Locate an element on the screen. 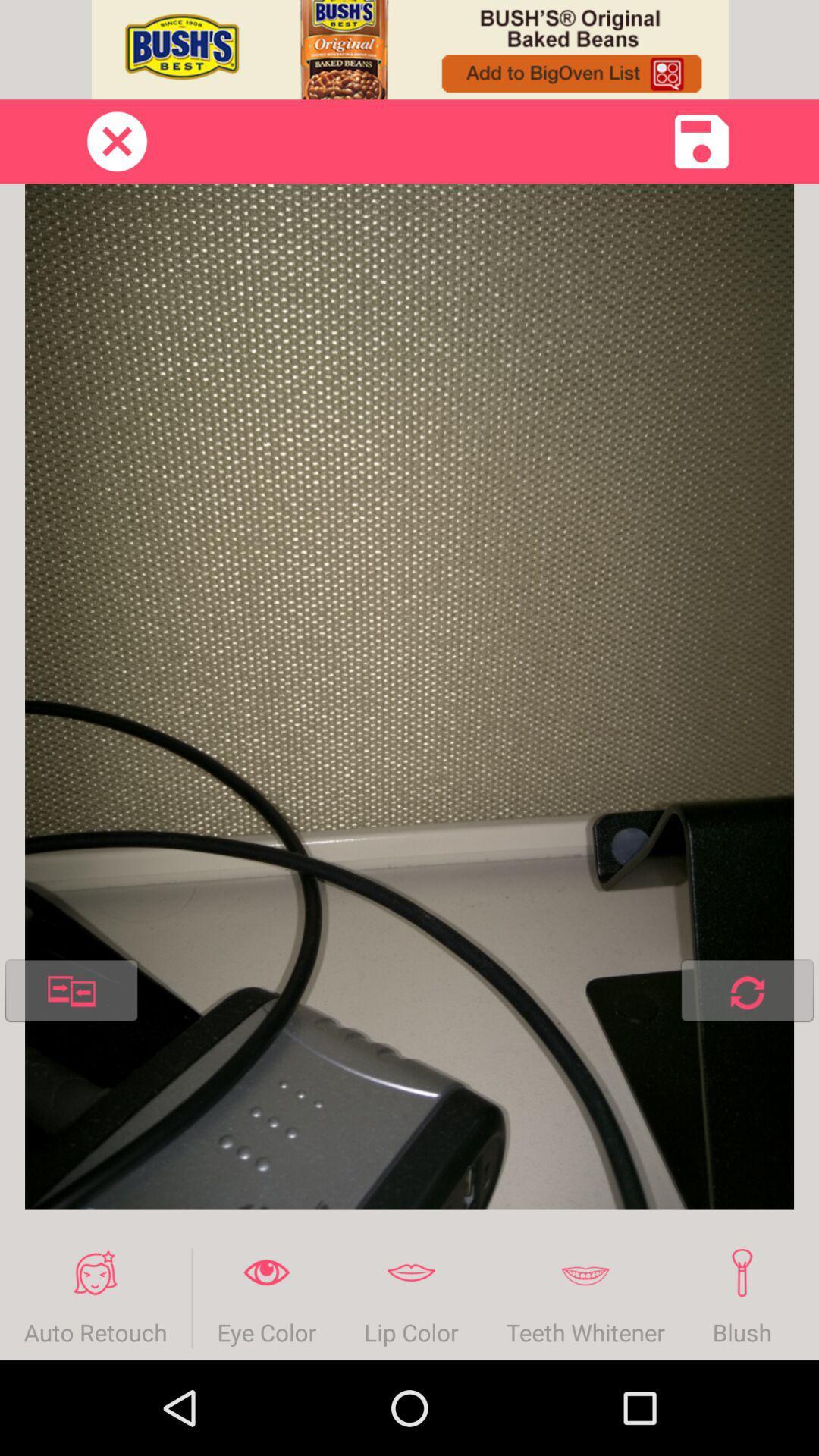 The width and height of the screenshot is (819, 1456). eye color icon is located at coordinates (265, 1298).